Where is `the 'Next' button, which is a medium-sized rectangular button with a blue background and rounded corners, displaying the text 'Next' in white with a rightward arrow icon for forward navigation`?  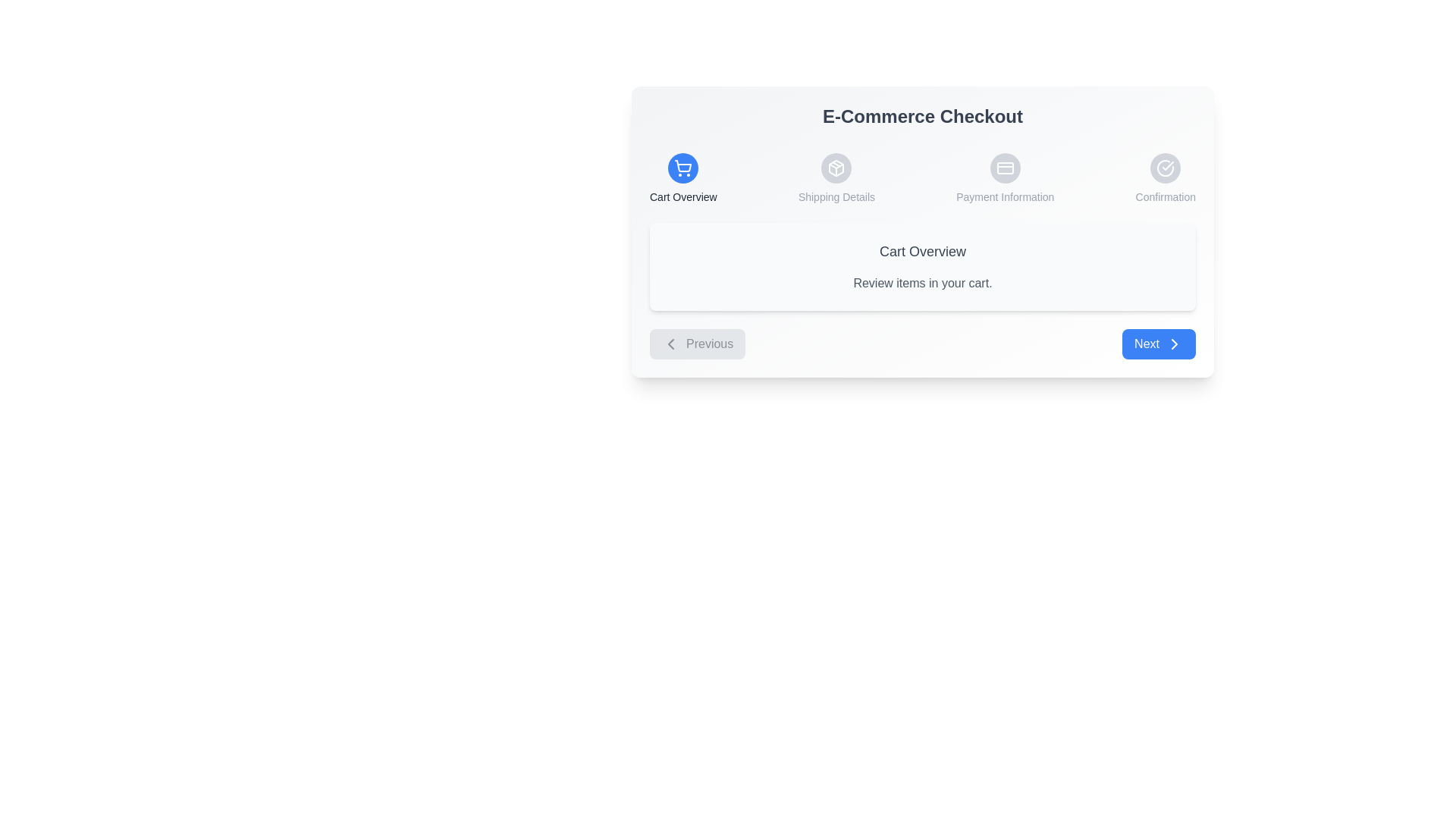
the 'Next' button, which is a medium-sized rectangular button with a blue background and rounded corners, displaying the text 'Next' in white with a rightward arrow icon for forward navigation is located at coordinates (1158, 344).